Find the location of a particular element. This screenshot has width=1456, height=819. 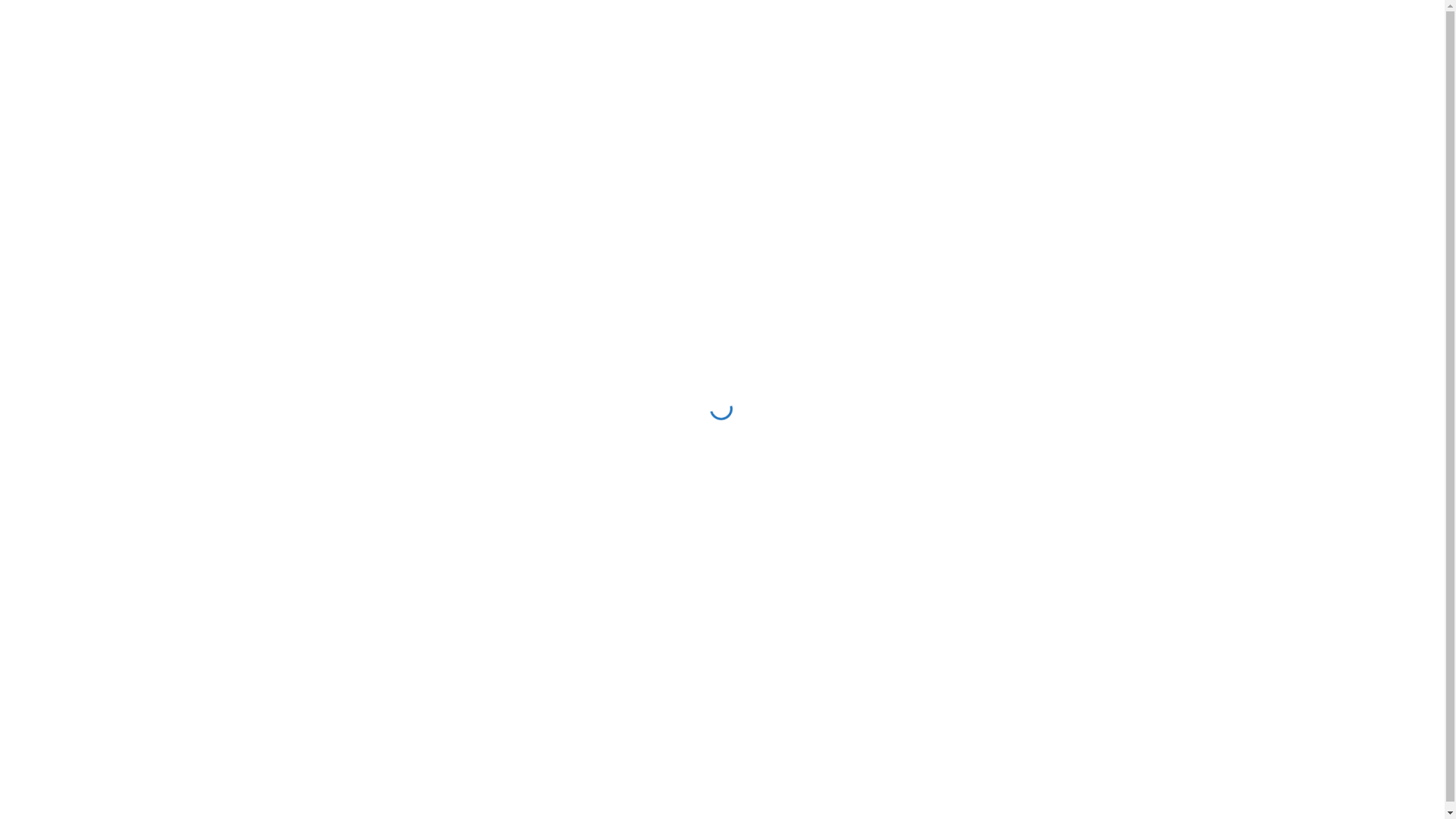

'Home' is located at coordinates (32, 119).